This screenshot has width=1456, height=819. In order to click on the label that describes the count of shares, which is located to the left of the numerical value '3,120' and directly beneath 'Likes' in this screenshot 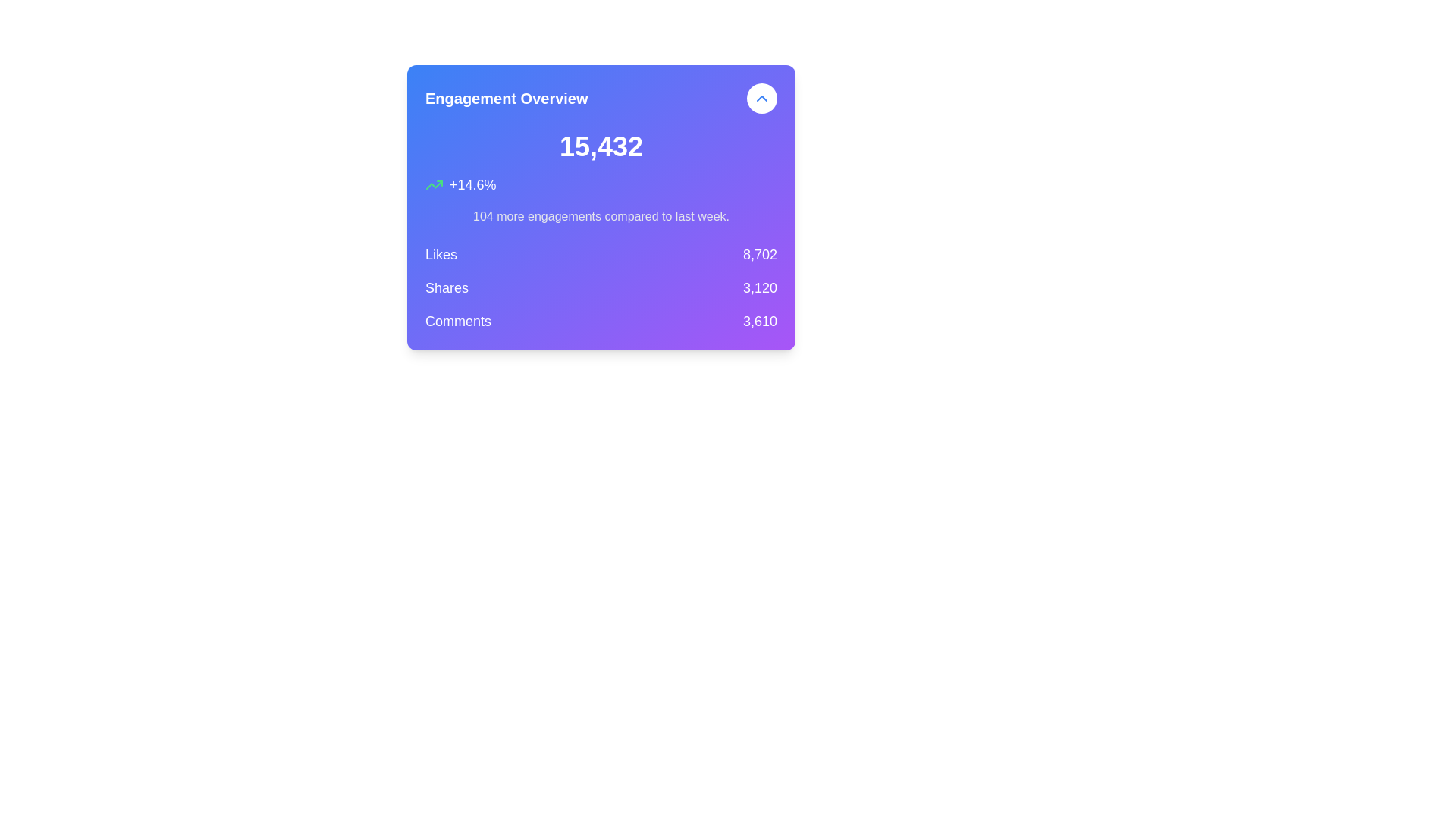, I will do `click(446, 288)`.